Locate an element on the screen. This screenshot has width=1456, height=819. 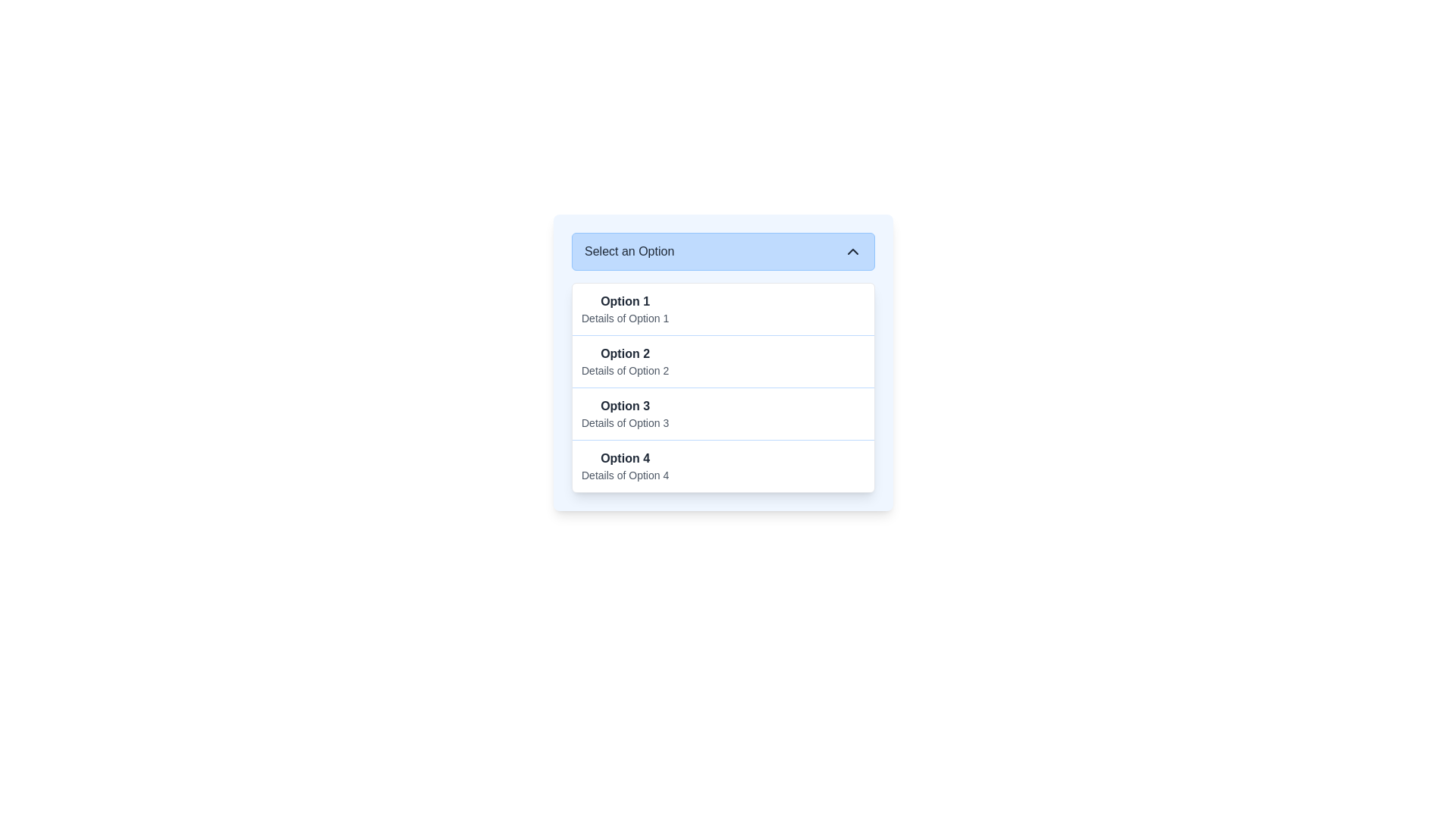
the second item in the dropdown list titled 'Select an Option' is located at coordinates (723, 361).